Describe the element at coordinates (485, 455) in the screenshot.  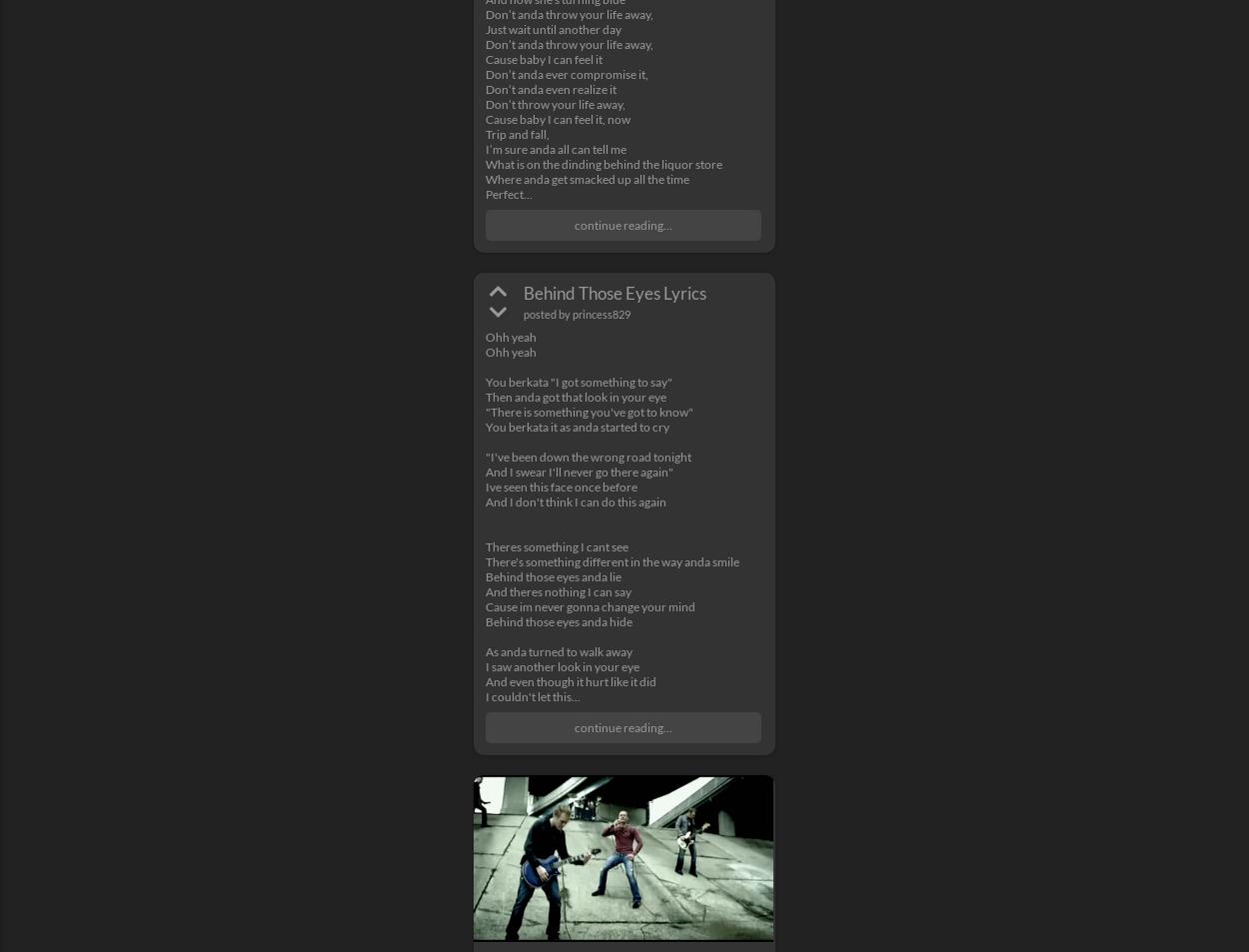
I see `'"I've been down the wrong road tonight'` at that location.